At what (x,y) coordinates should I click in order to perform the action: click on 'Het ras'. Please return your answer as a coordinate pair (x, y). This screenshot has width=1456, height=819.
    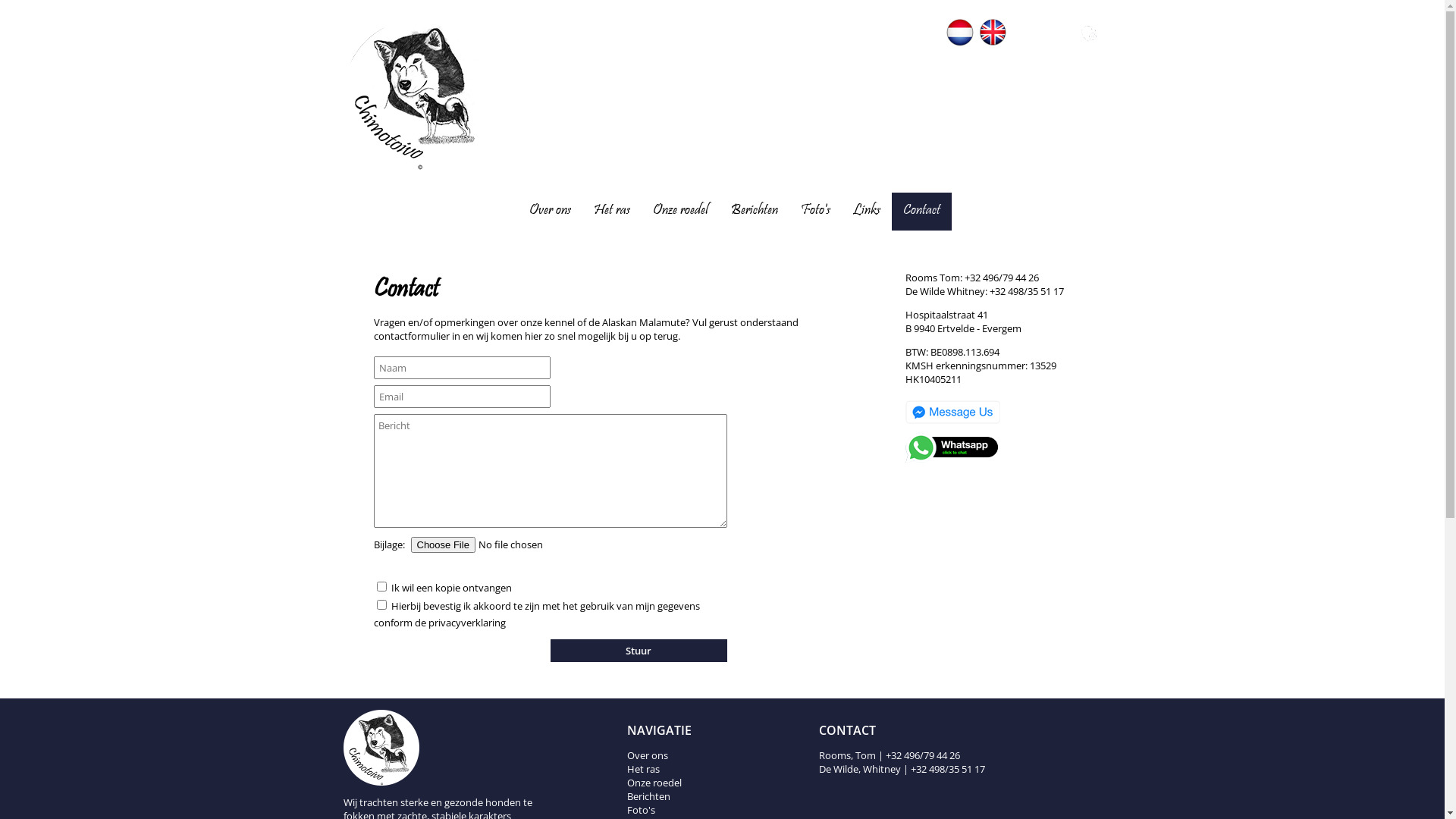
    Looking at the image, I should click on (643, 769).